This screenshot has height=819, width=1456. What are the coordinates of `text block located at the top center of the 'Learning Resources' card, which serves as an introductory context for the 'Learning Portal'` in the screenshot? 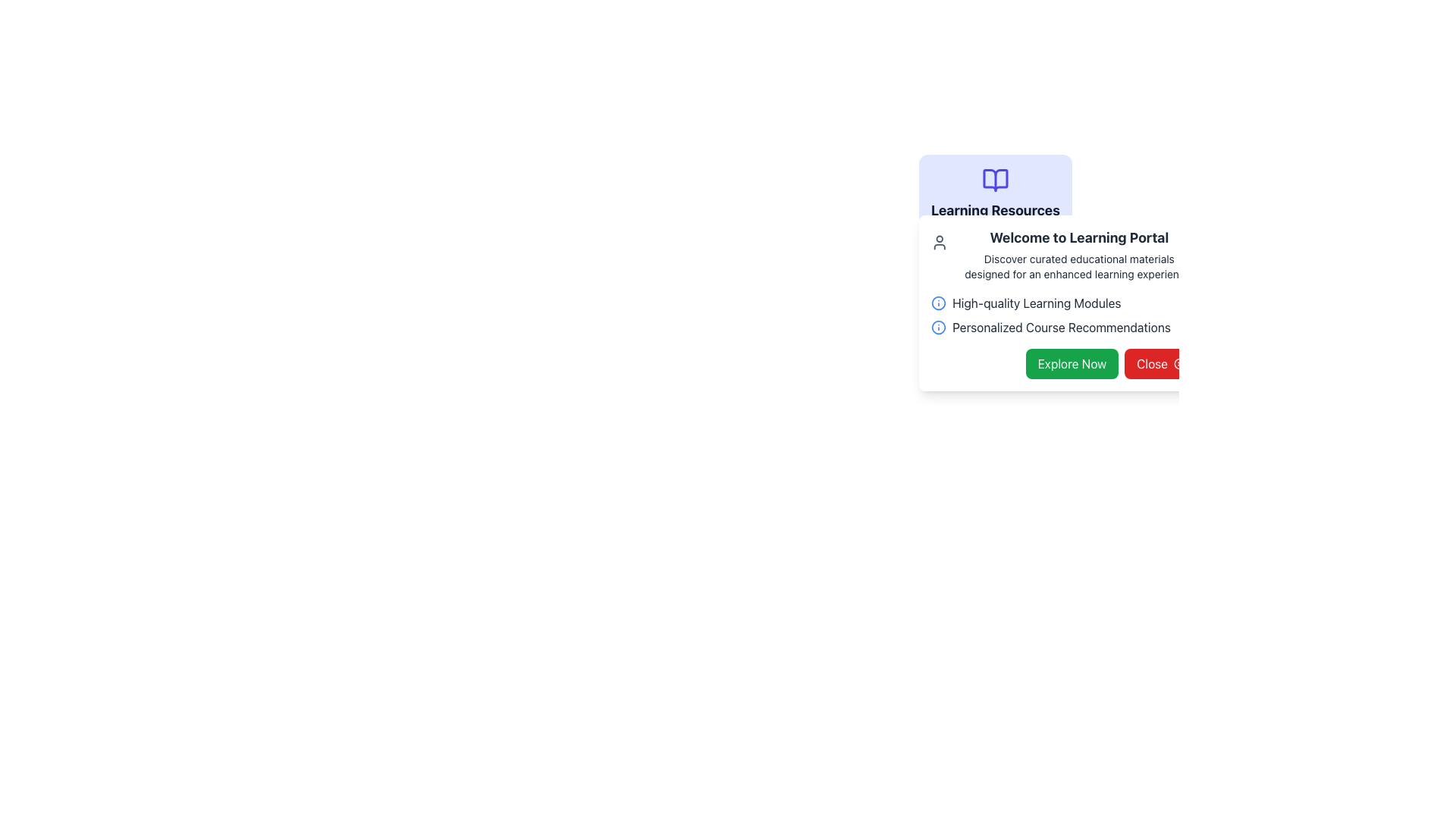 It's located at (1078, 253).